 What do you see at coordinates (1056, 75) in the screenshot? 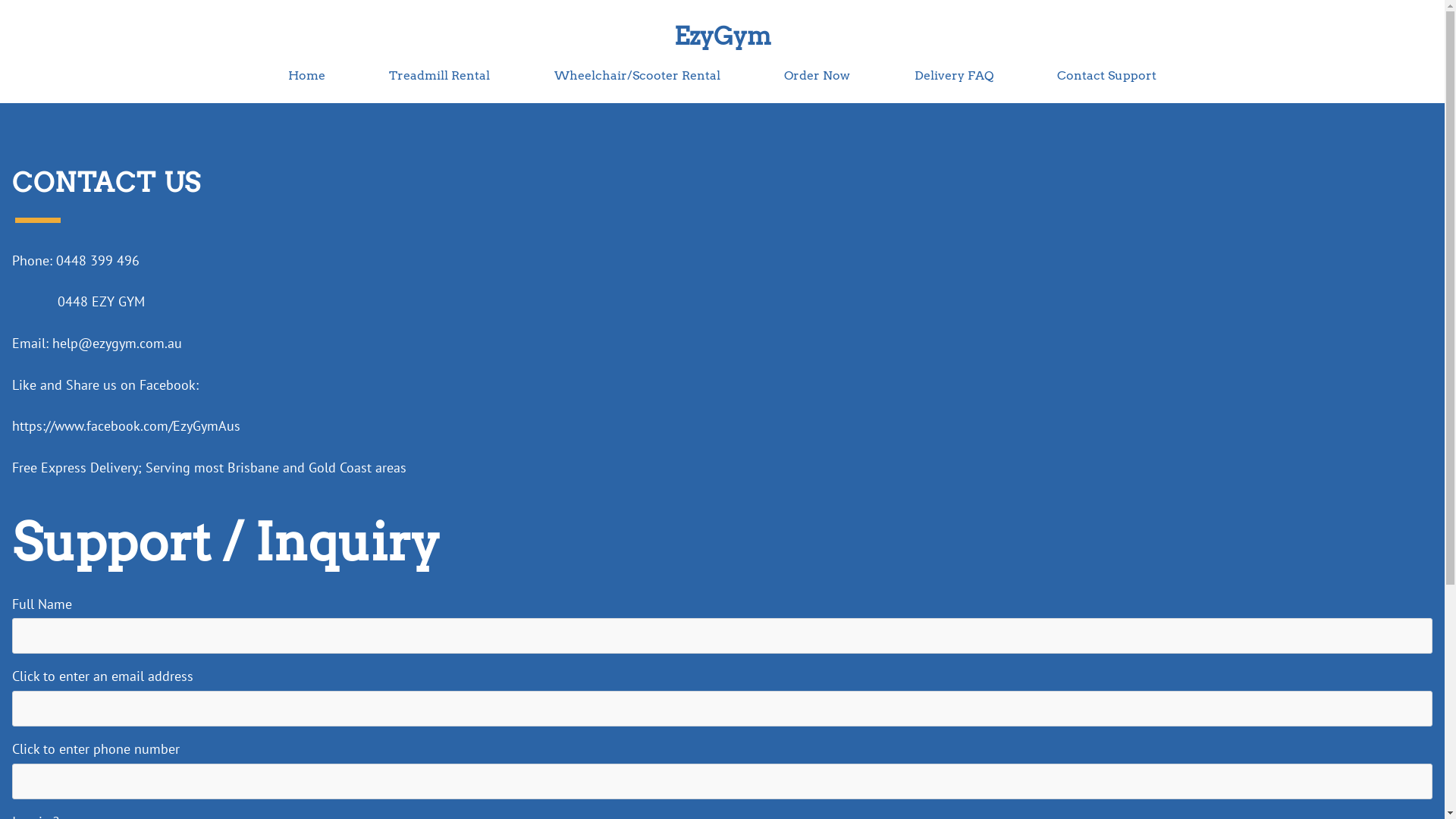
I see `'Contact Support'` at bounding box center [1056, 75].